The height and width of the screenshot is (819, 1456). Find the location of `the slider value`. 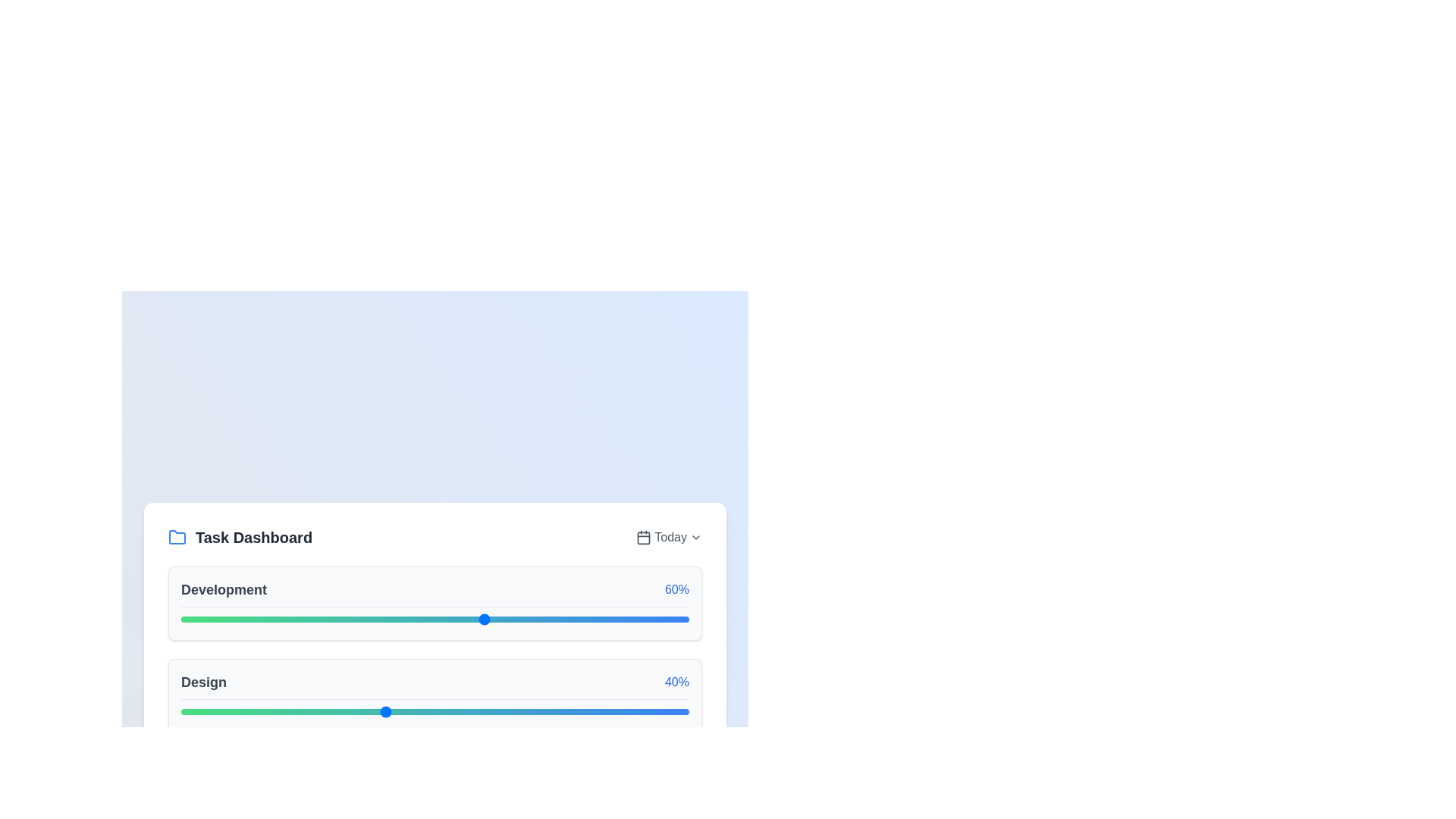

the slider value is located at coordinates (272, 803).